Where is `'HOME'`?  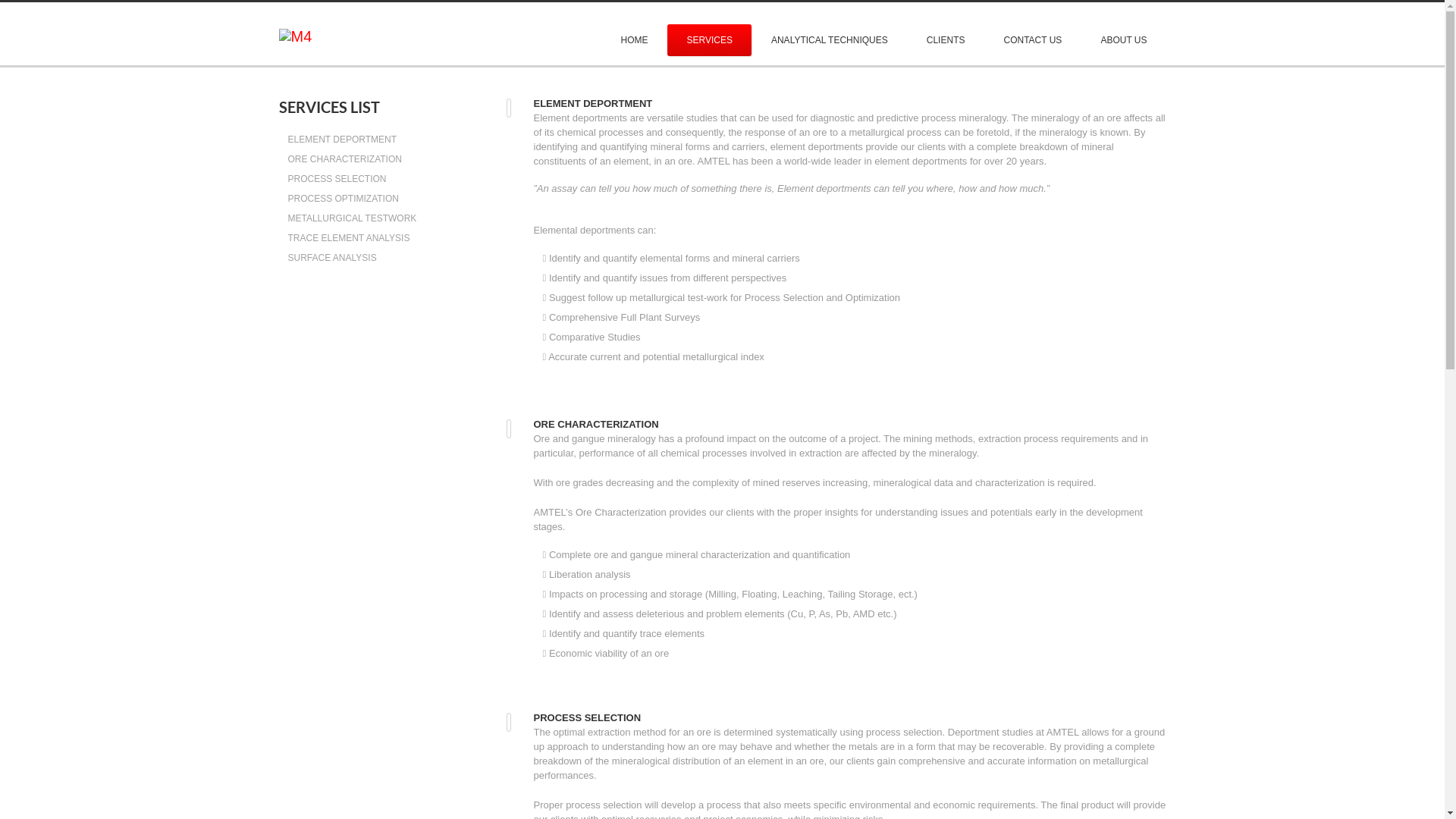
'HOME' is located at coordinates (633, 39).